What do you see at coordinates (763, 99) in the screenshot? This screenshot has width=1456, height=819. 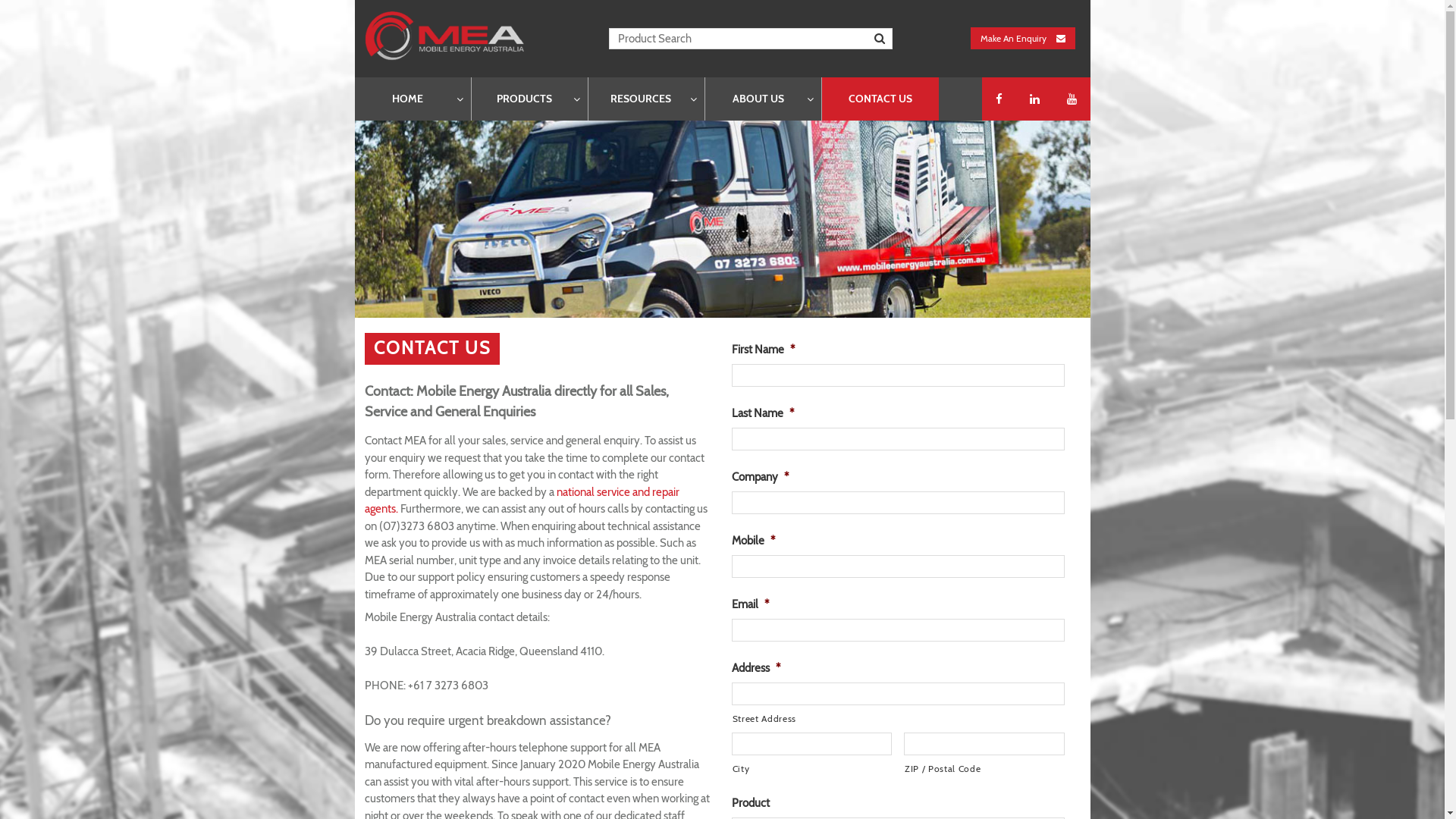 I see `'ABOUT US'` at bounding box center [763, 99].